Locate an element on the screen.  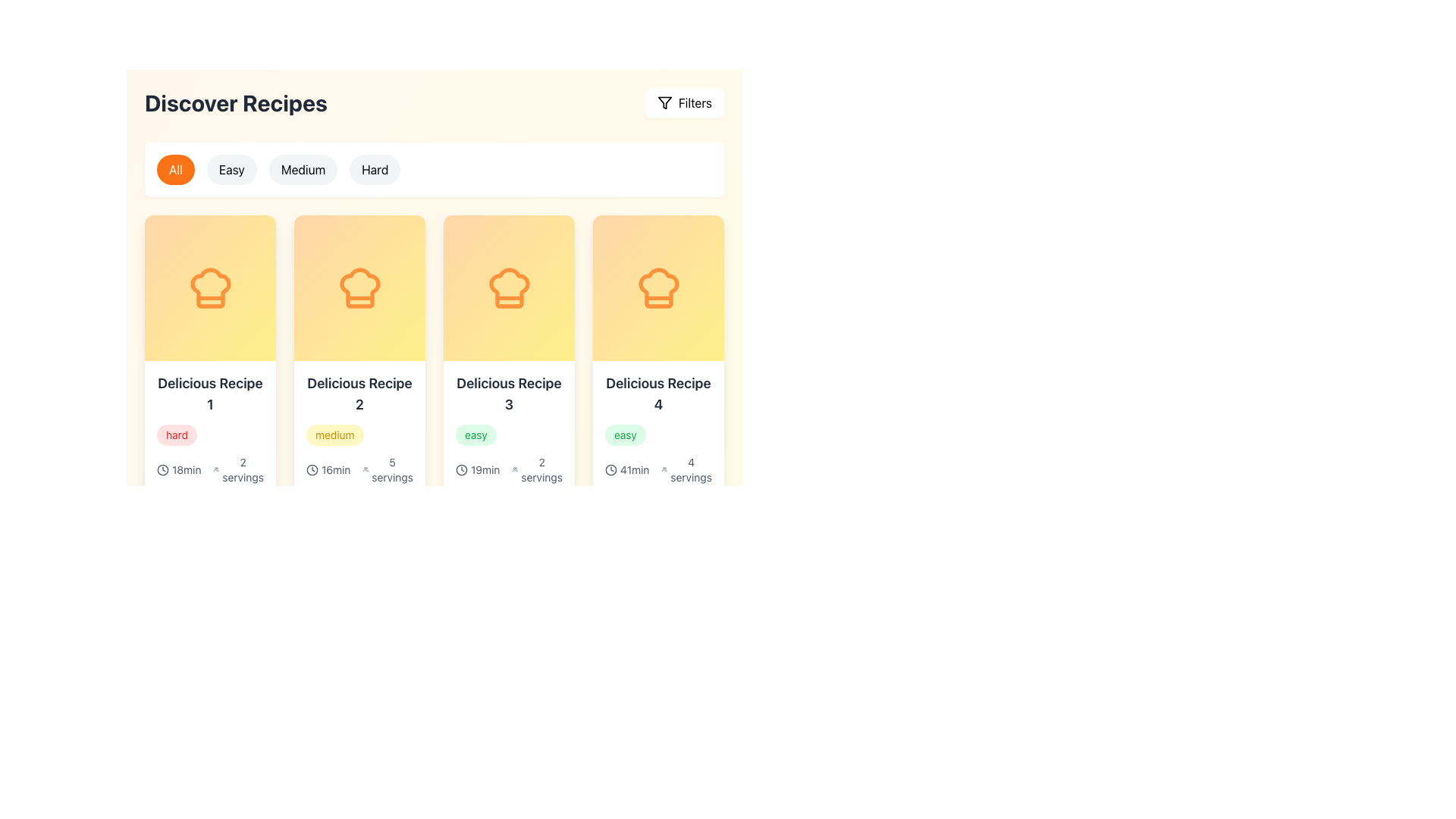
the chef's hat icon located at the top center of the first recipe card labeled 'Delicious Recipe 1', which serves as a thematic symbol for the recipe is located at coordinates (209, 287).